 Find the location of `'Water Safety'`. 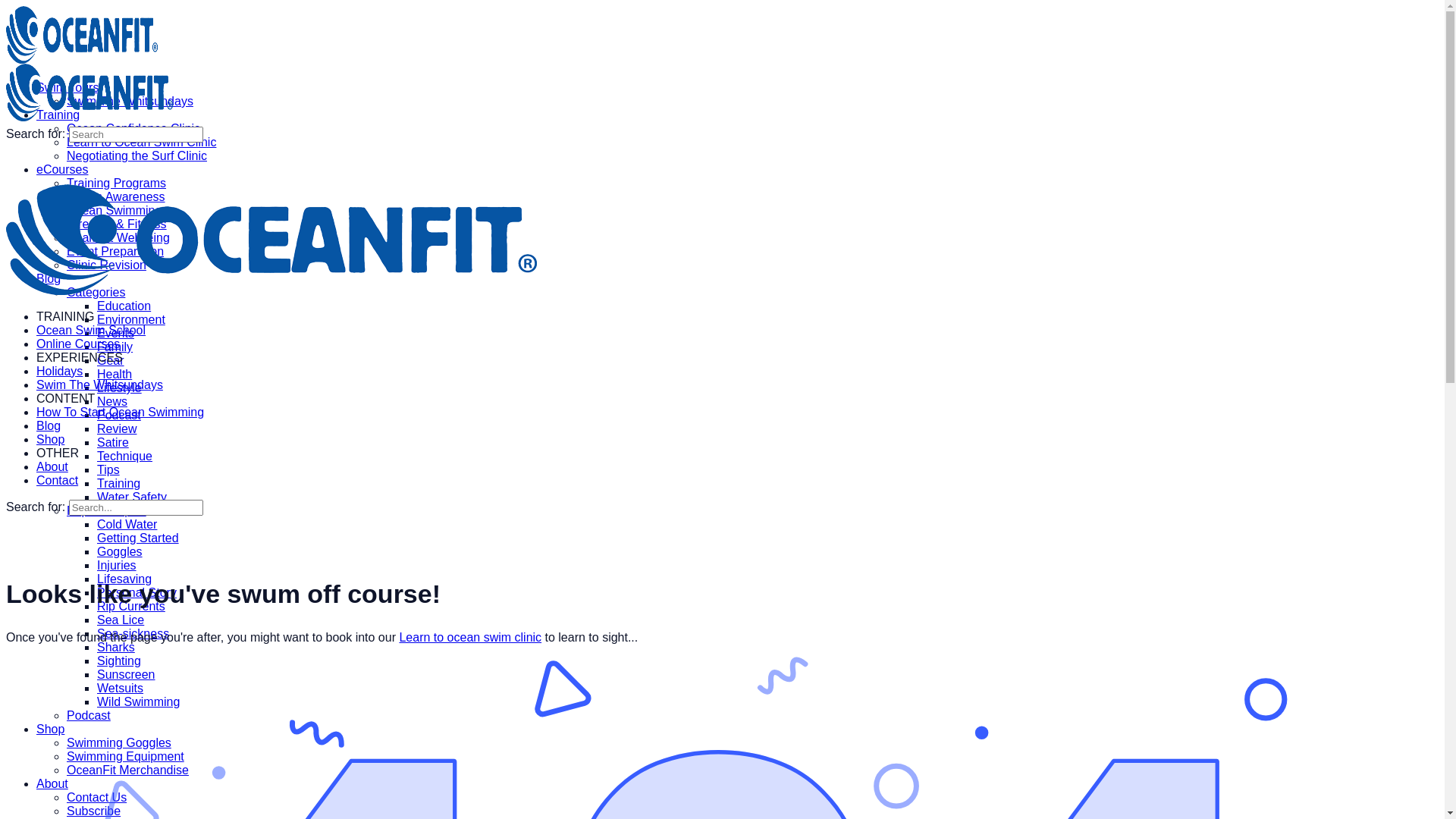

'Water Safety' is located at coordinates (96, 497).